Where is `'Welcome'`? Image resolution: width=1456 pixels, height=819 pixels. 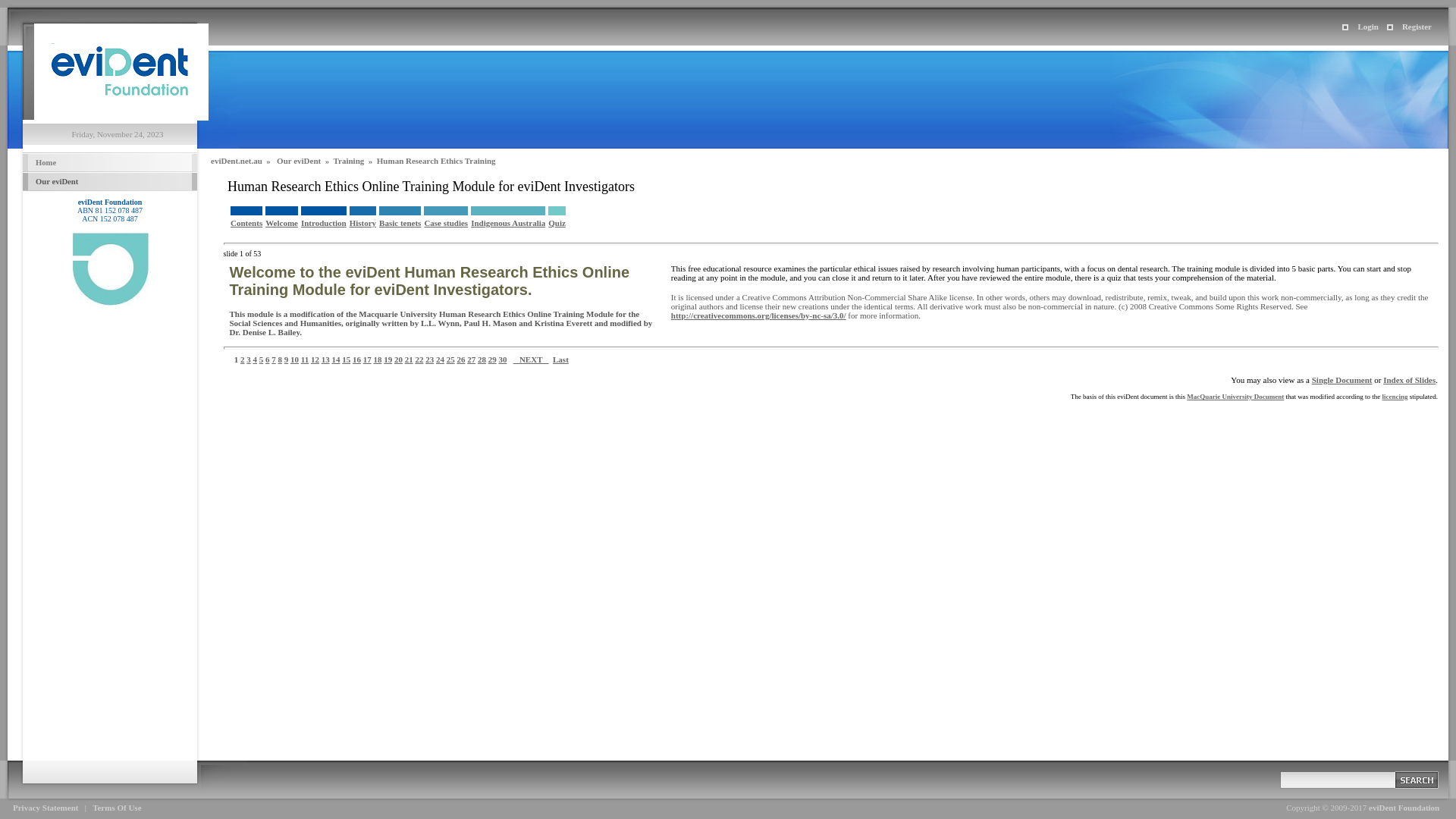 'Welcome' is located at coordinates (281, 222).